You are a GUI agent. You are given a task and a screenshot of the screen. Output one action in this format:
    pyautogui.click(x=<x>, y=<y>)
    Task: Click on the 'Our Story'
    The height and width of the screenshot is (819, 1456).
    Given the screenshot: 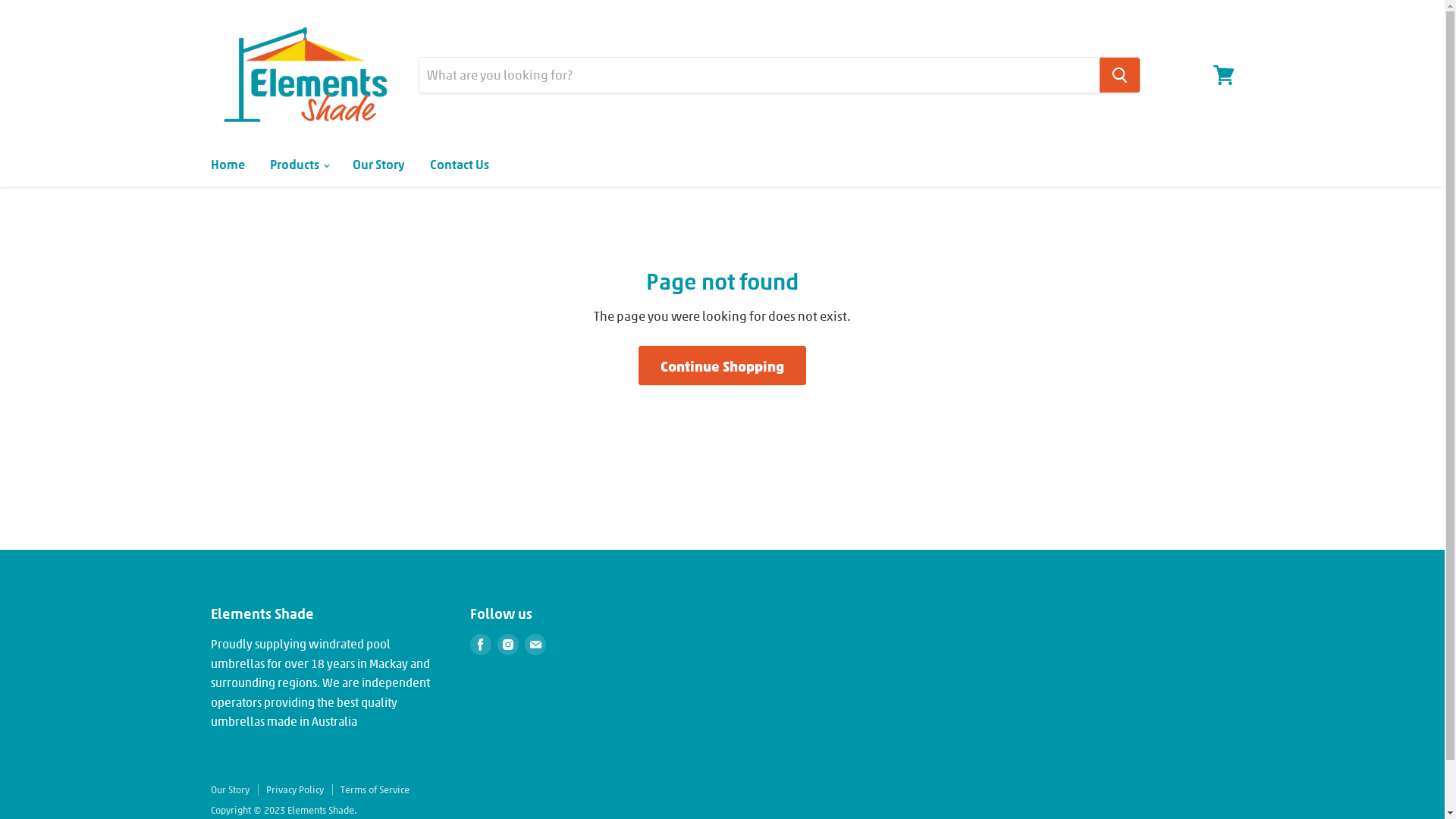 What is the action you would take?
    pyautogui.click(x=229, y=789)
    